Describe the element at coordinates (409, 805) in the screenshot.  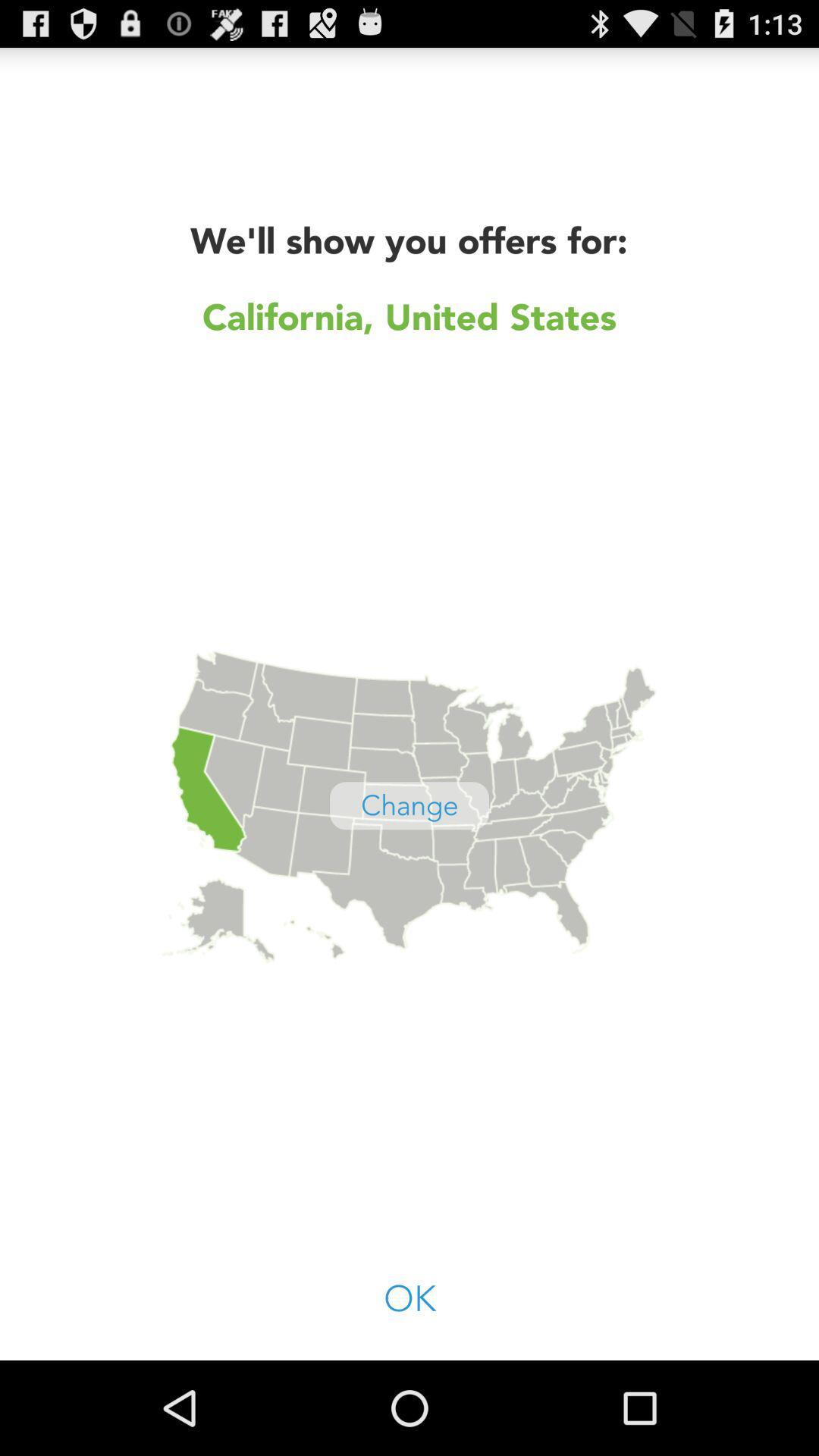
I see `the change item` at that location.